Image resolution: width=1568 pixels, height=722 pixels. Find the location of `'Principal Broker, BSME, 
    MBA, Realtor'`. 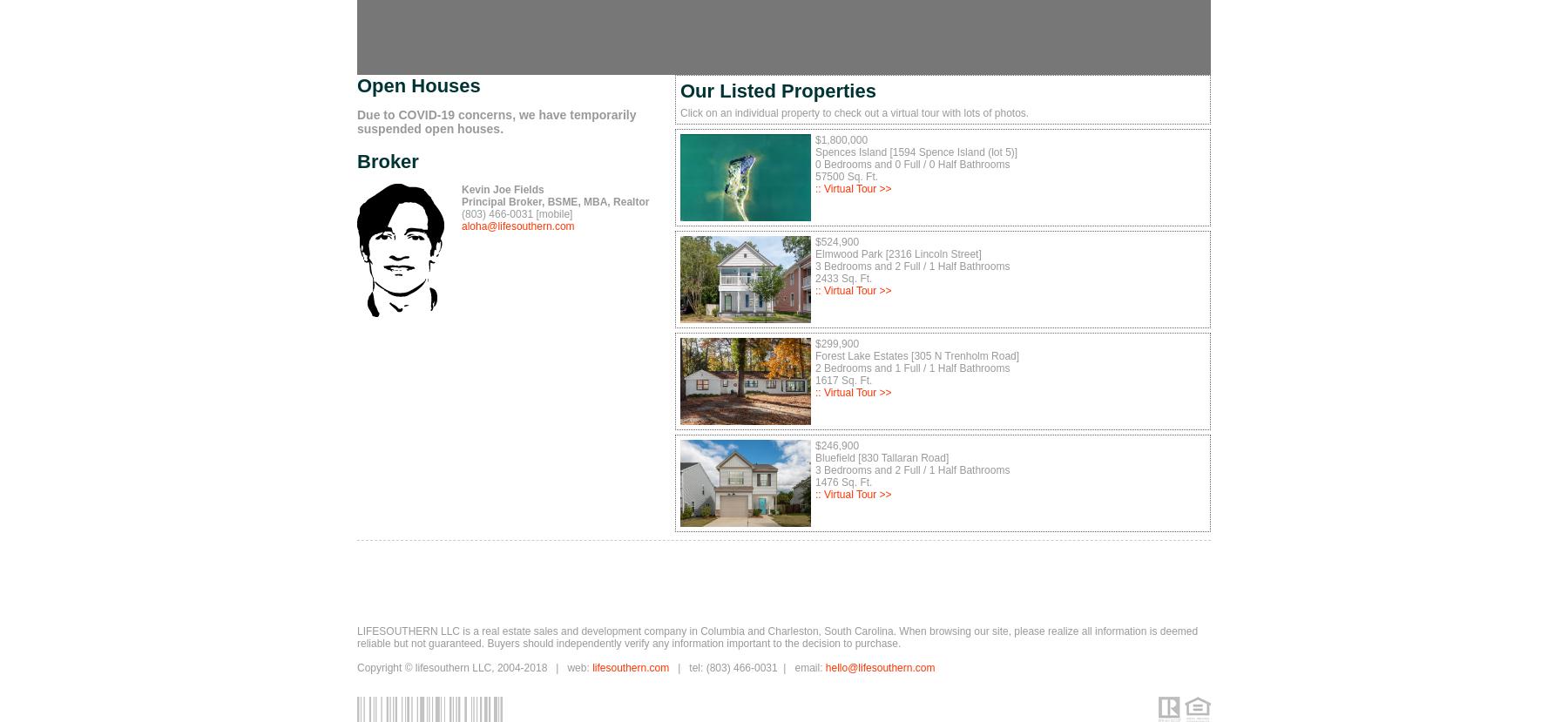

'Principal Broker, BSME, 
    MBA, Realtor' is located at coordinates (555, 202).